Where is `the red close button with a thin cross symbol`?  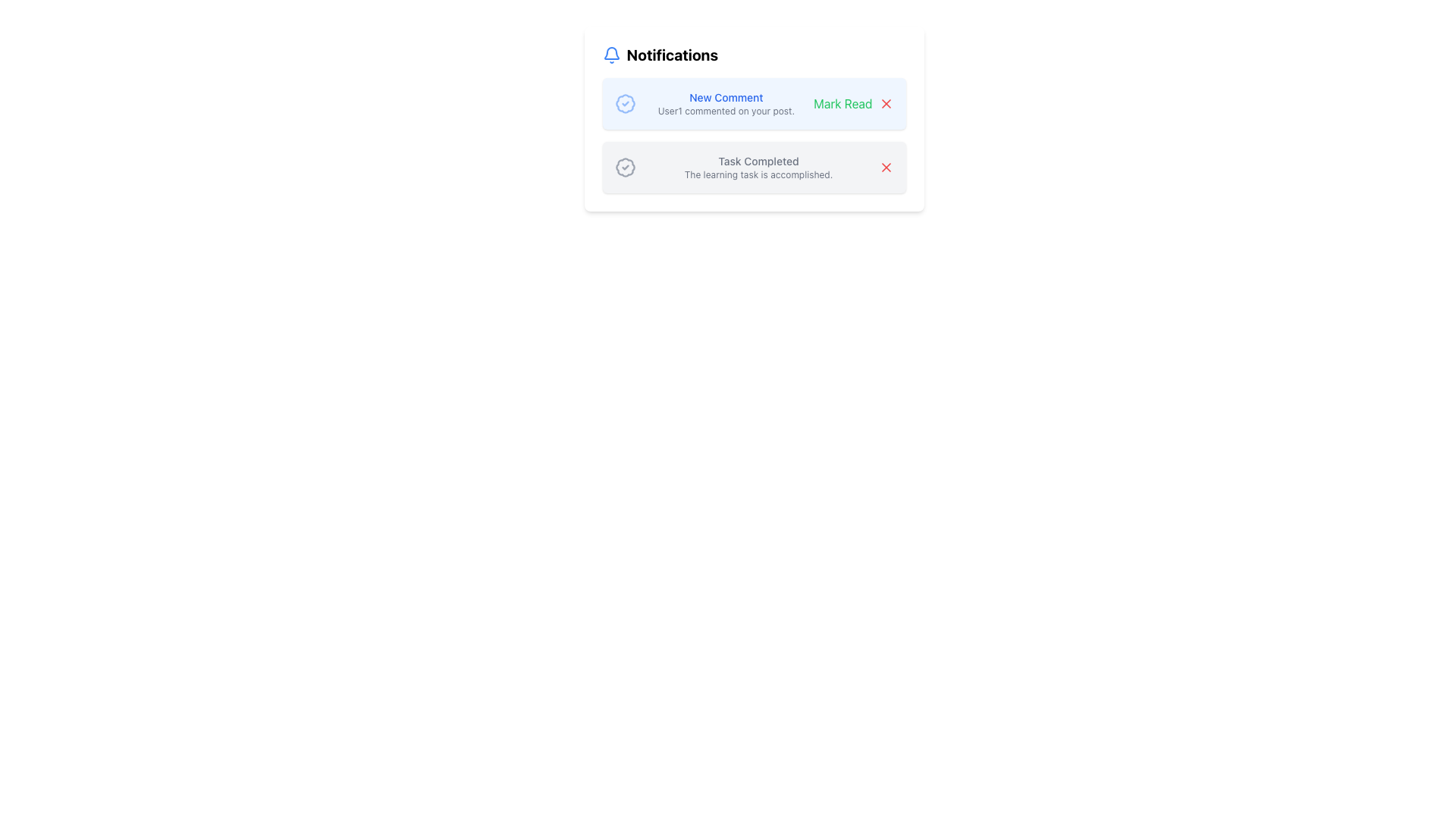 the red close button with a thin cross symbol is located at coordinates (886, 103).